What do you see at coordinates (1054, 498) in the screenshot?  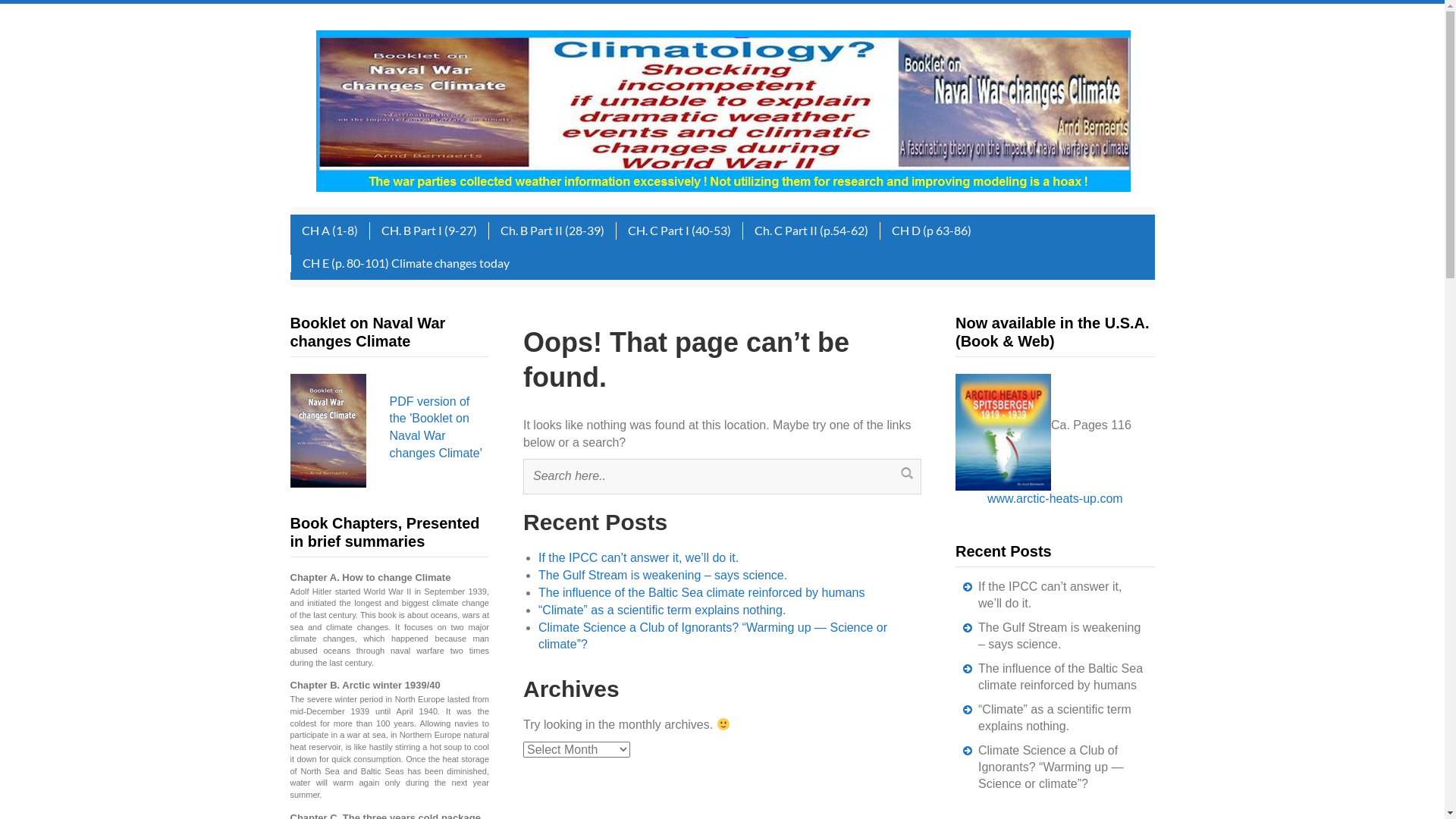 I see `'www.arctic-heats-up.com'` at bounding box center [1054, 498].